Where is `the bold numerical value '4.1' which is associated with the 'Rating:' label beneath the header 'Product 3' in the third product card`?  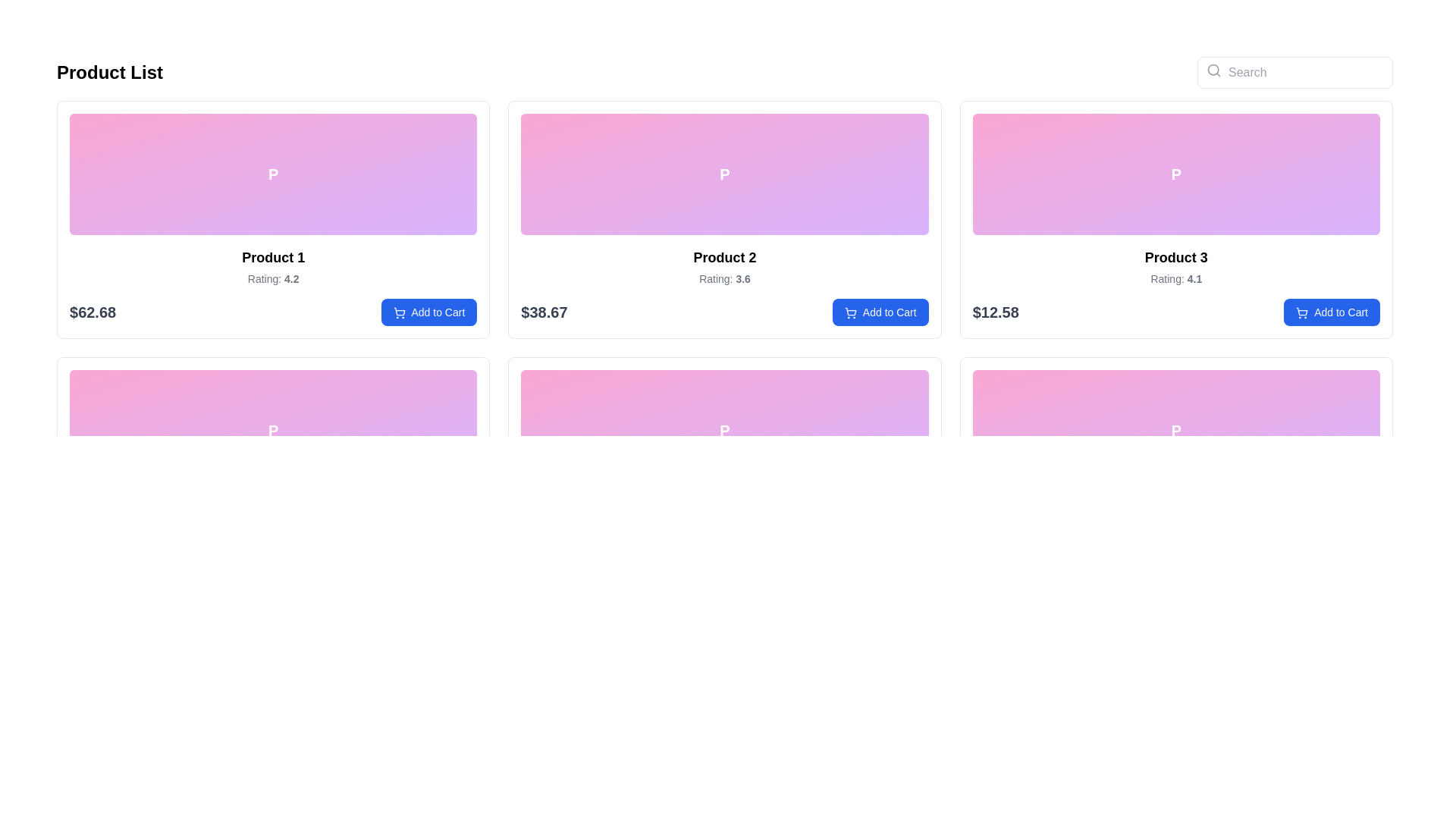 the bold numerical value '4.1' which is associated with the 'Rating:' label beneath the header 'Product 3' in the third product card is located at coordinates (1194, 278).